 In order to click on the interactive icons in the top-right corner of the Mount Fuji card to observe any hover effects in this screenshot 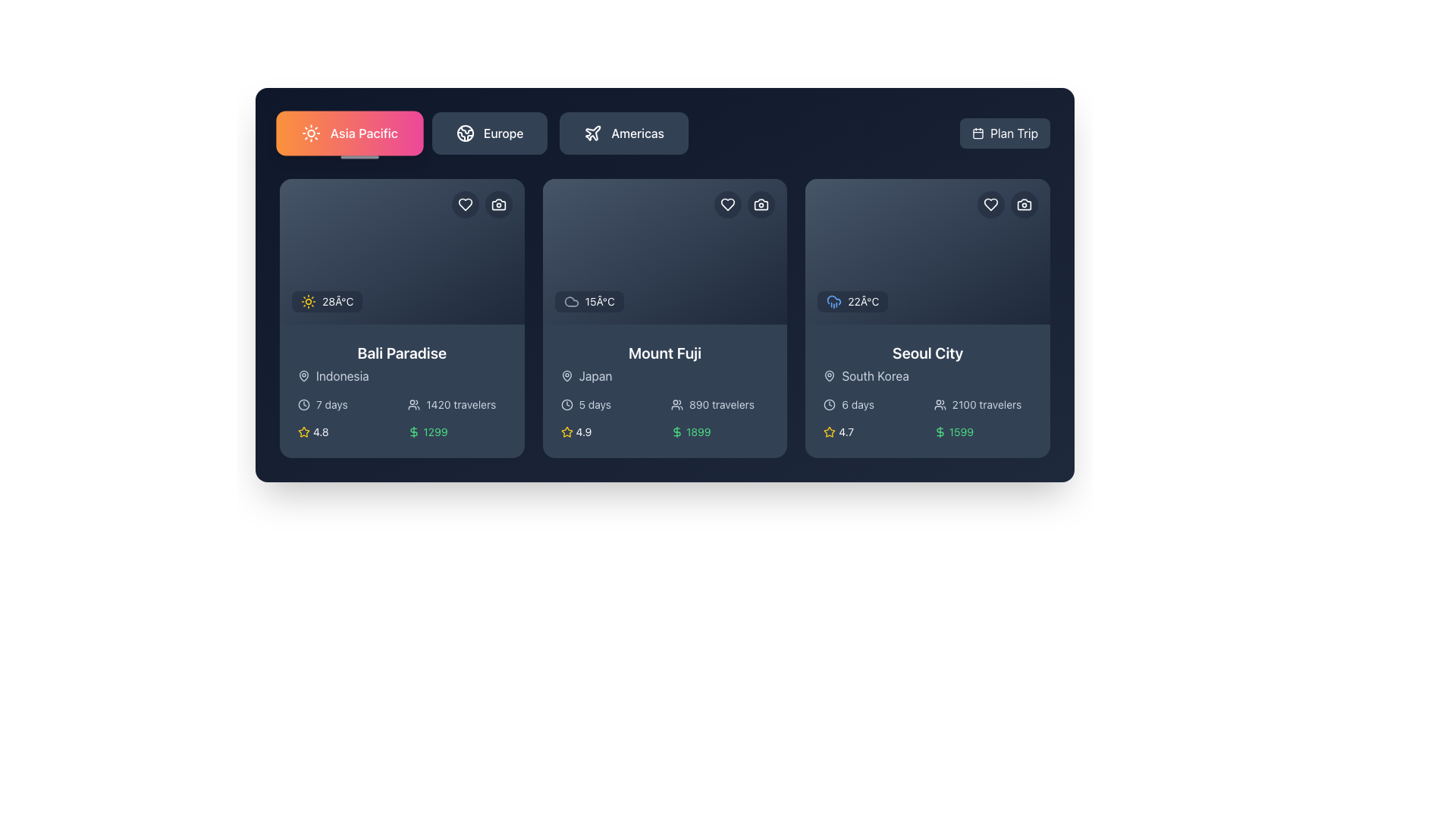, I will do `click(745, 205)`.